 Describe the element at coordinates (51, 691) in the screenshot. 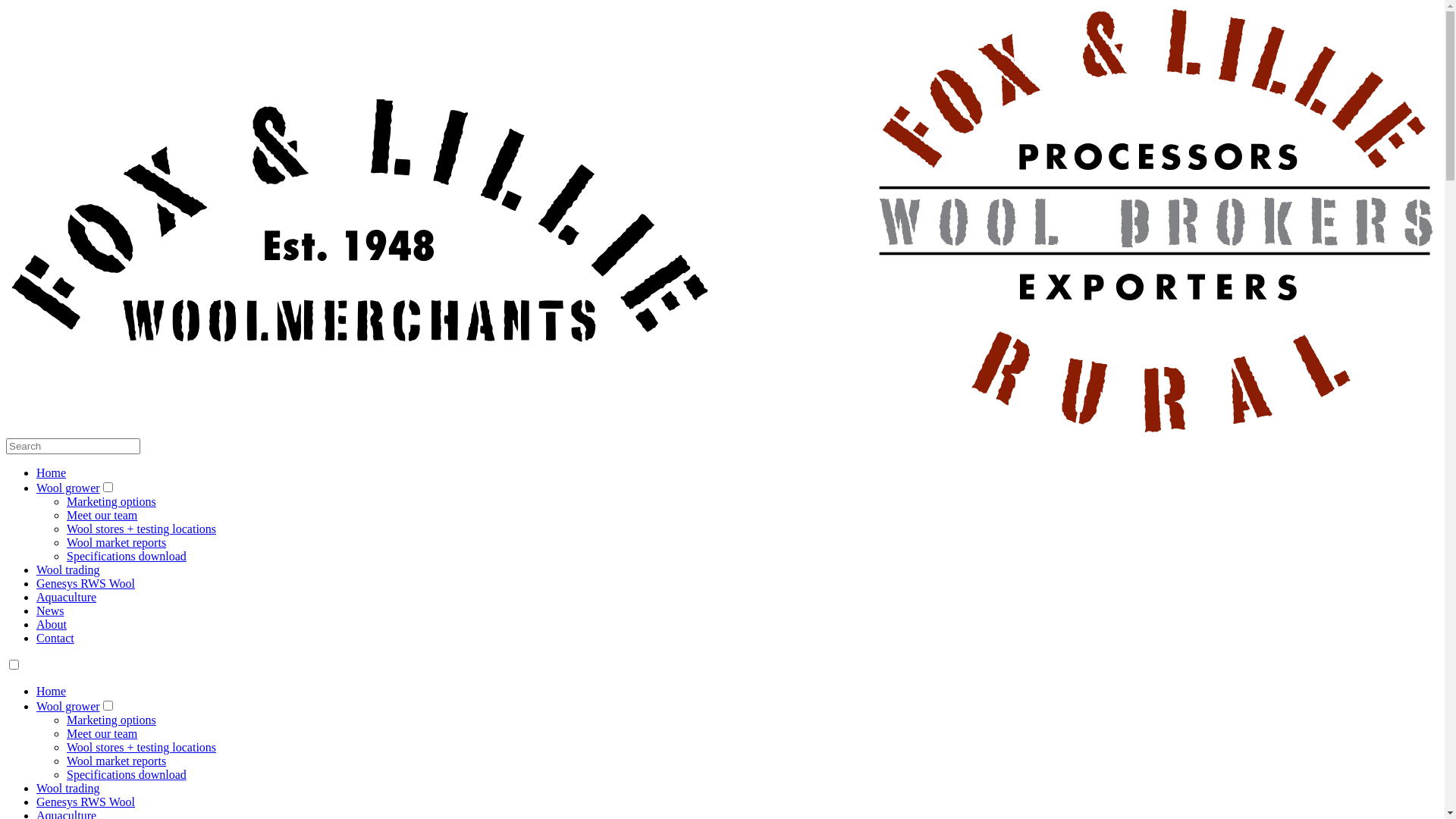

I see `'Home'` at that location.